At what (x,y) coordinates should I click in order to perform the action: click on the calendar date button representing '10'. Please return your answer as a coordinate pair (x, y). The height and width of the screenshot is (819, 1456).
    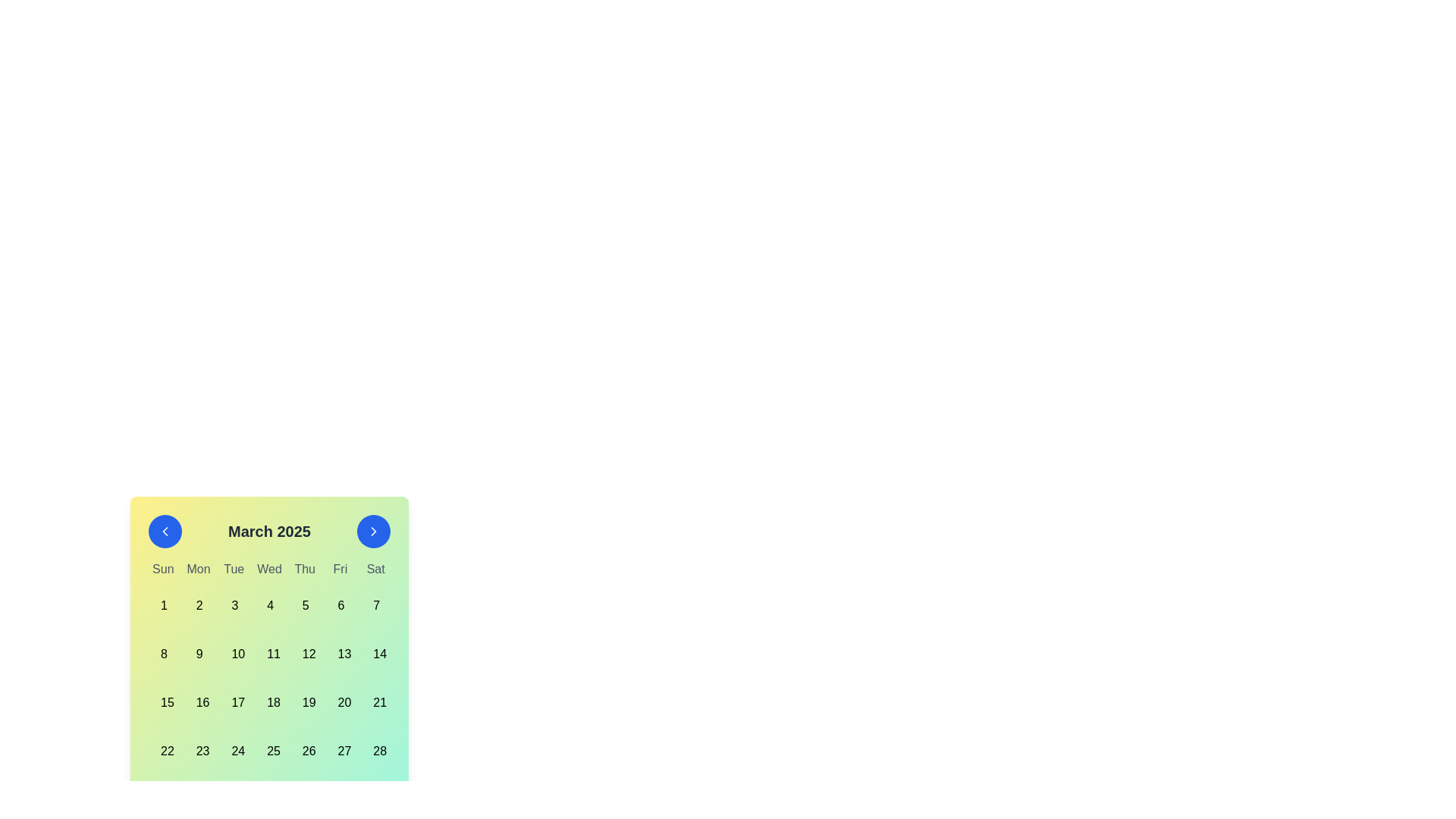
    Looking at the image, I should click on (233, 654).